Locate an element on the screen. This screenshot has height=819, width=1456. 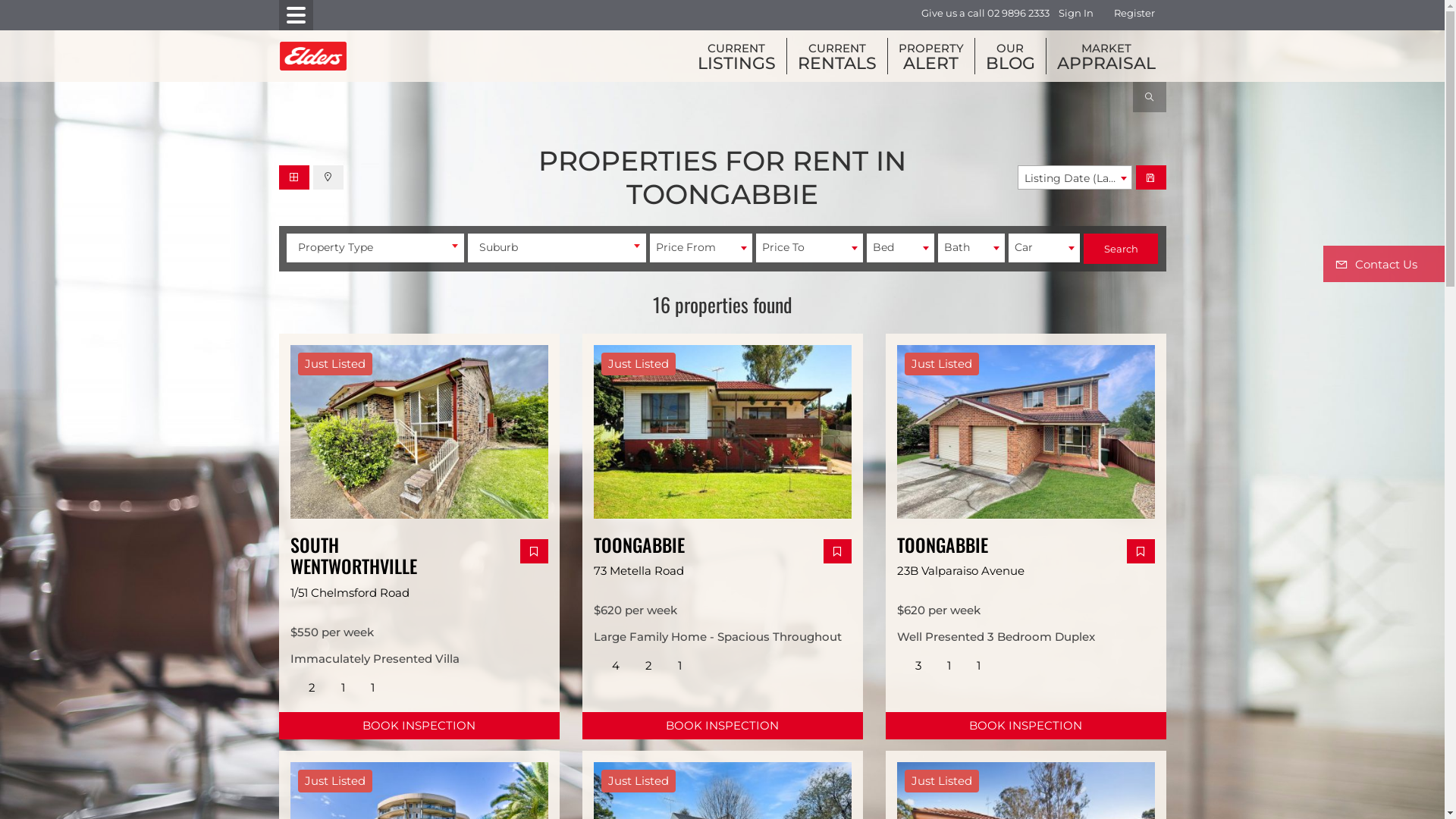
'BOOK INSPECTION' is located at coordinates (419, 724).